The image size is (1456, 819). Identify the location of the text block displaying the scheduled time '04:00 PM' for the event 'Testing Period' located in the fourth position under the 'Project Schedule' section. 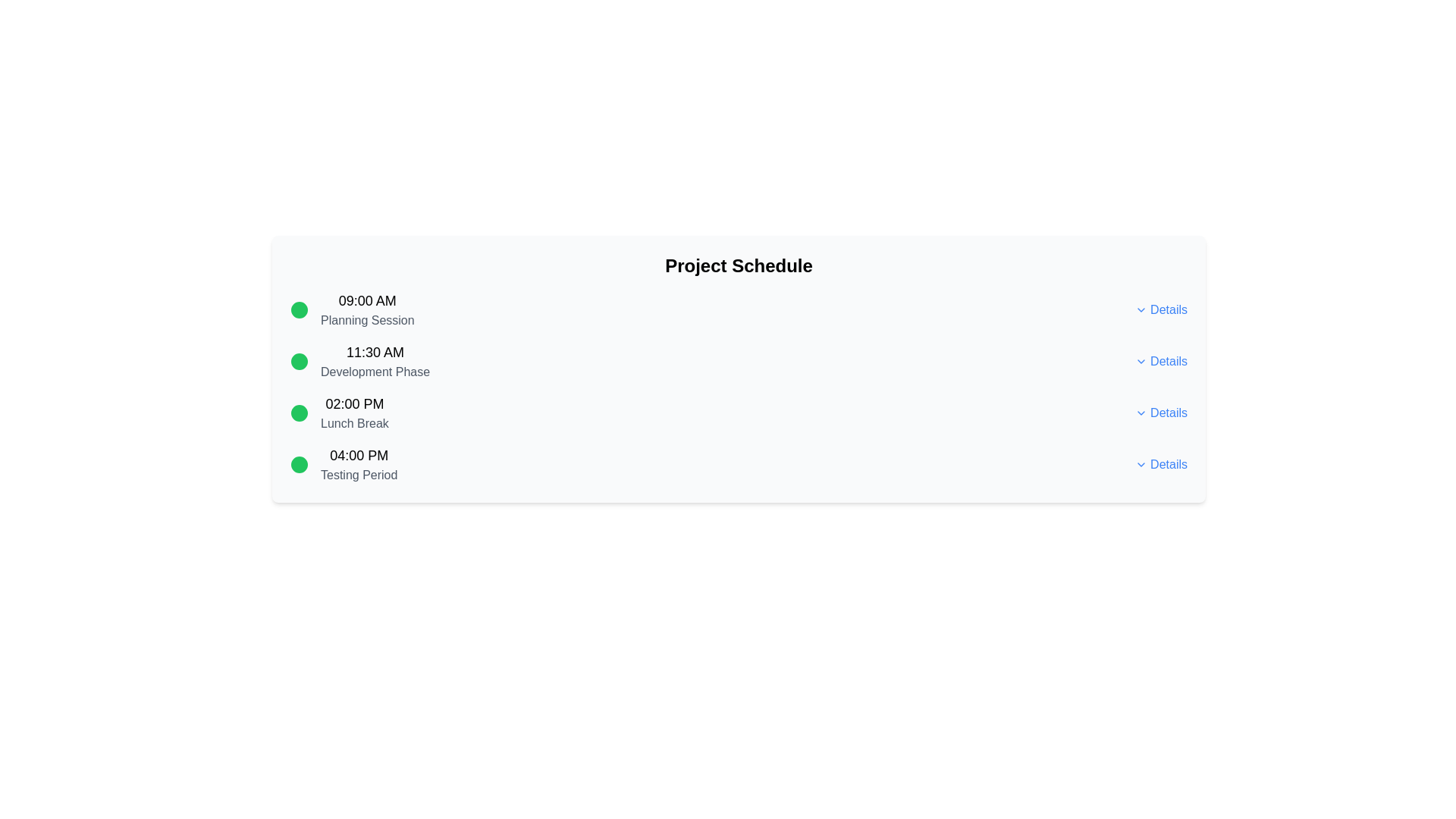
(358, 464).